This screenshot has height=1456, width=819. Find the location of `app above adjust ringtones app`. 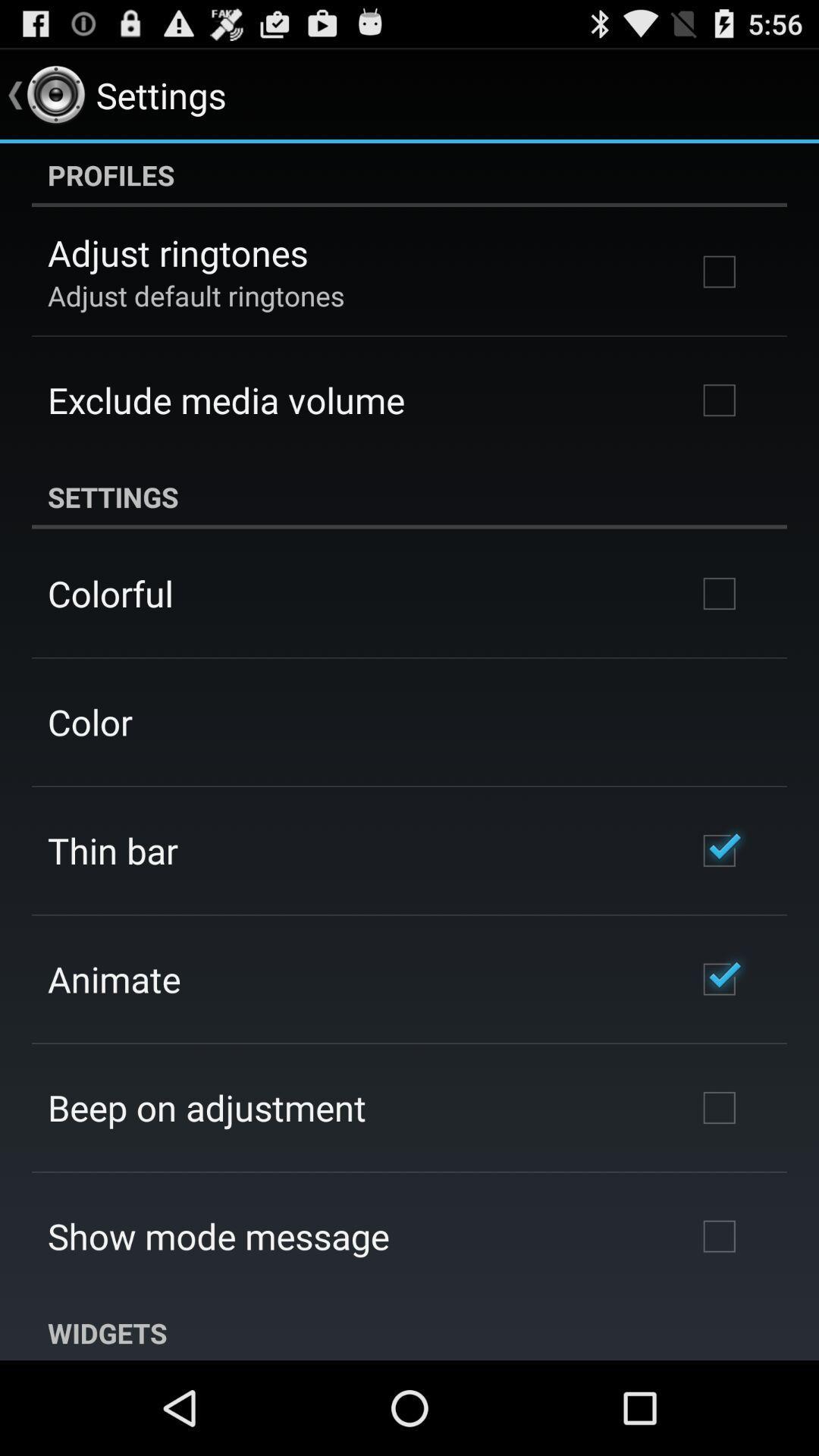

app above adjust ringtones app is located at coordinates (409, 174).